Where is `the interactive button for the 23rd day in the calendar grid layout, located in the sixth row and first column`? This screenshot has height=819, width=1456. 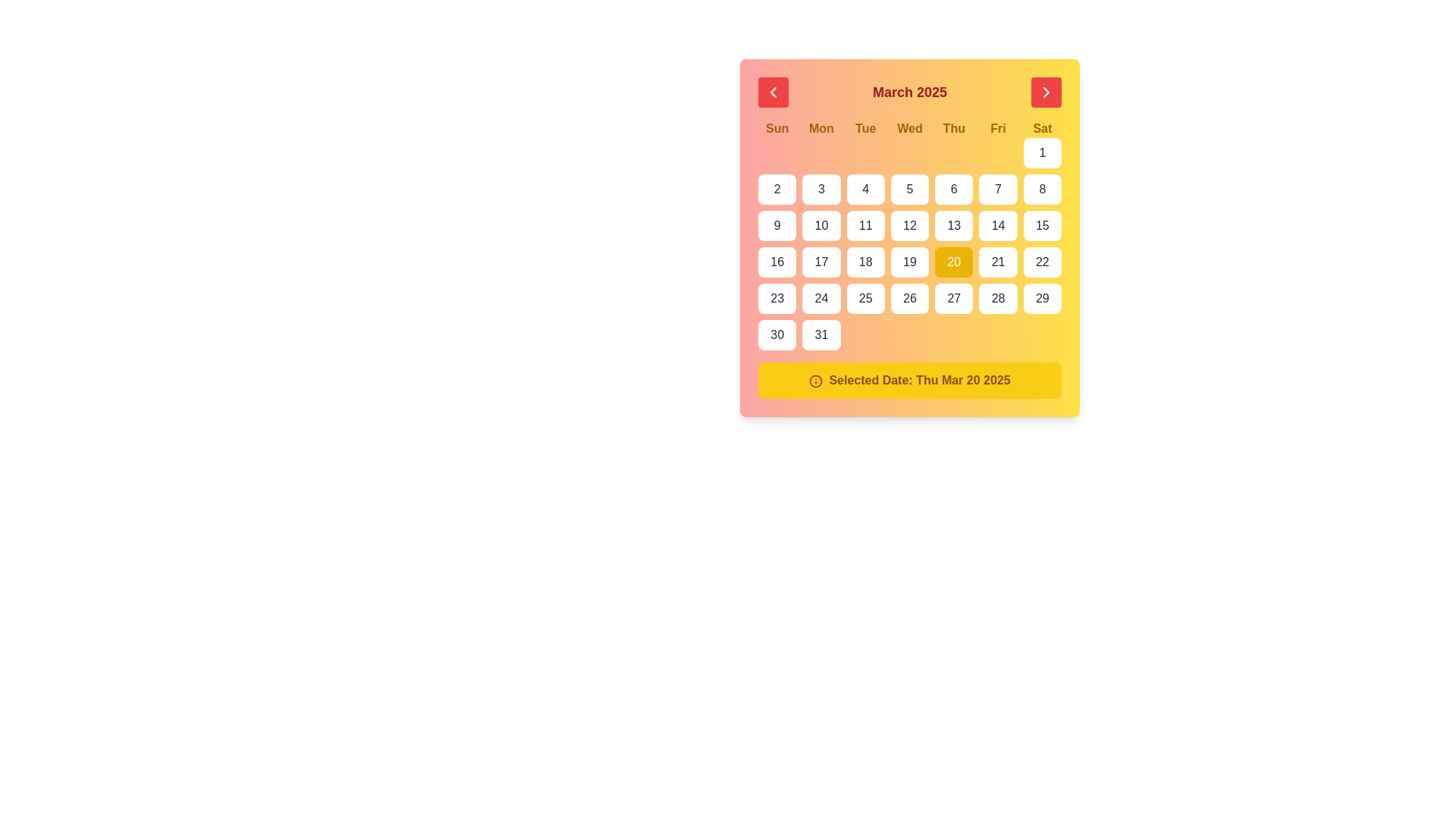 the interactive button for the 23rd day in the calendar grid layout, located in the sixth row and first column is located at coordinates (777, 298).